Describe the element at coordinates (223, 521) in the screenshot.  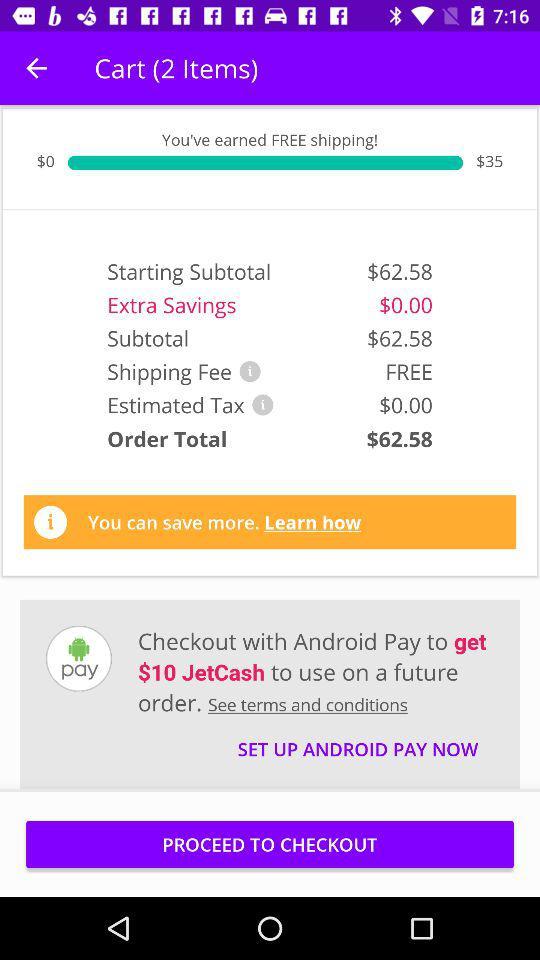
I see `the you can save item` at that location.